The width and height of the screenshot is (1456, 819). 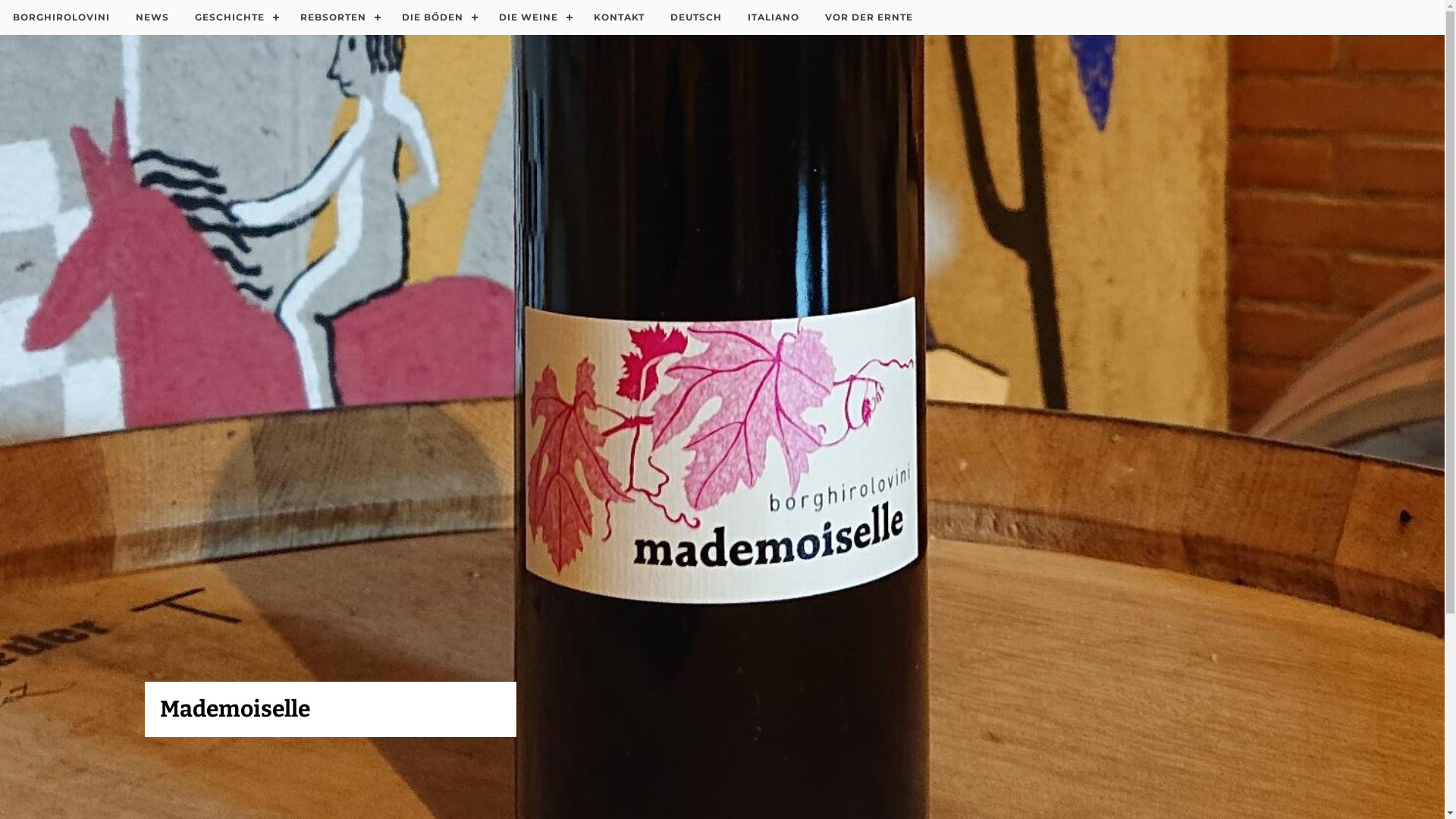 What do you see at coordinates (152, 17) in the screenshot?
I see `'NEWS'` at bounding box center [152, 17].